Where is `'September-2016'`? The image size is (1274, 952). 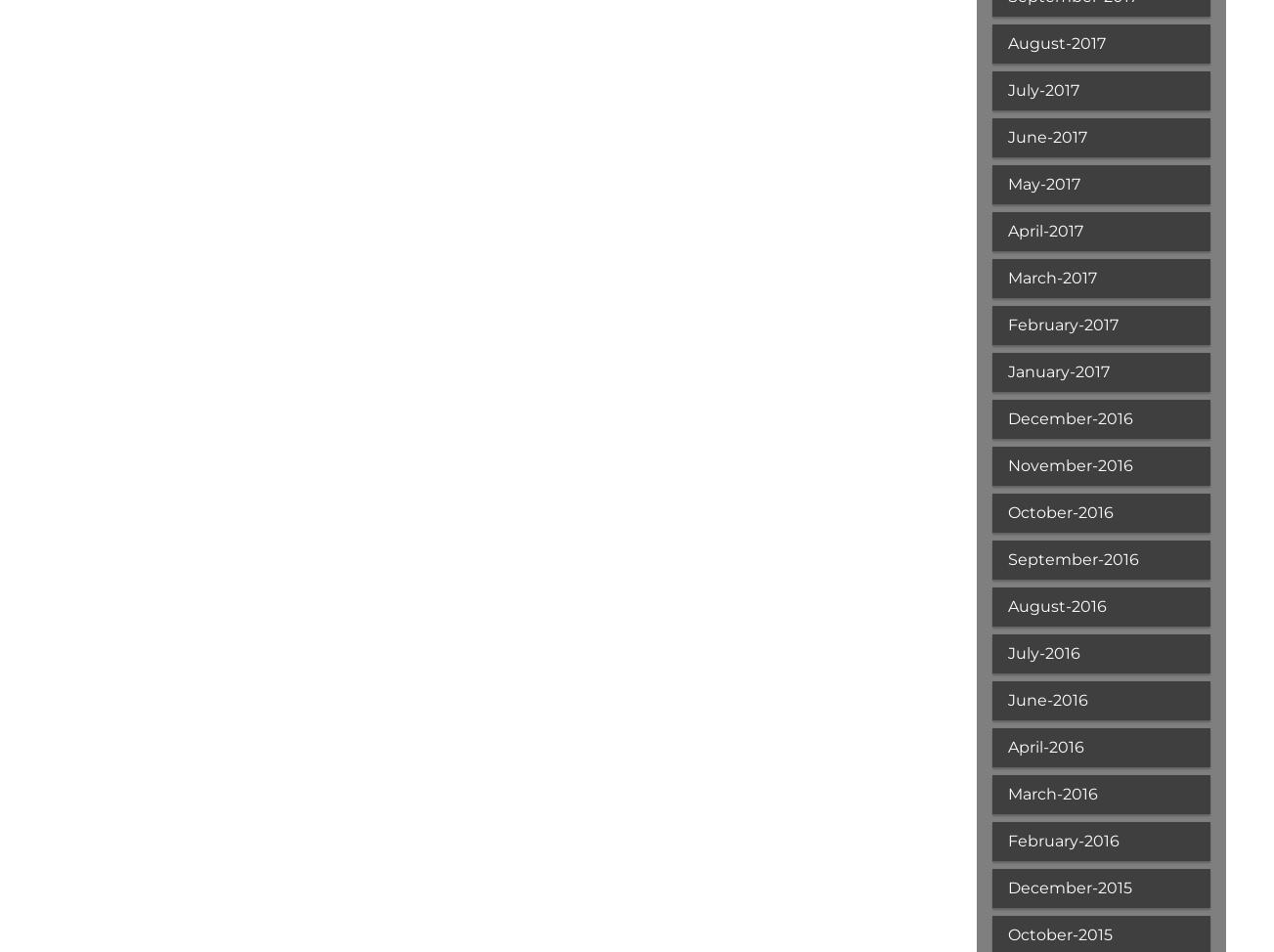
'September-2016' is located at coordinates (1071, 558).